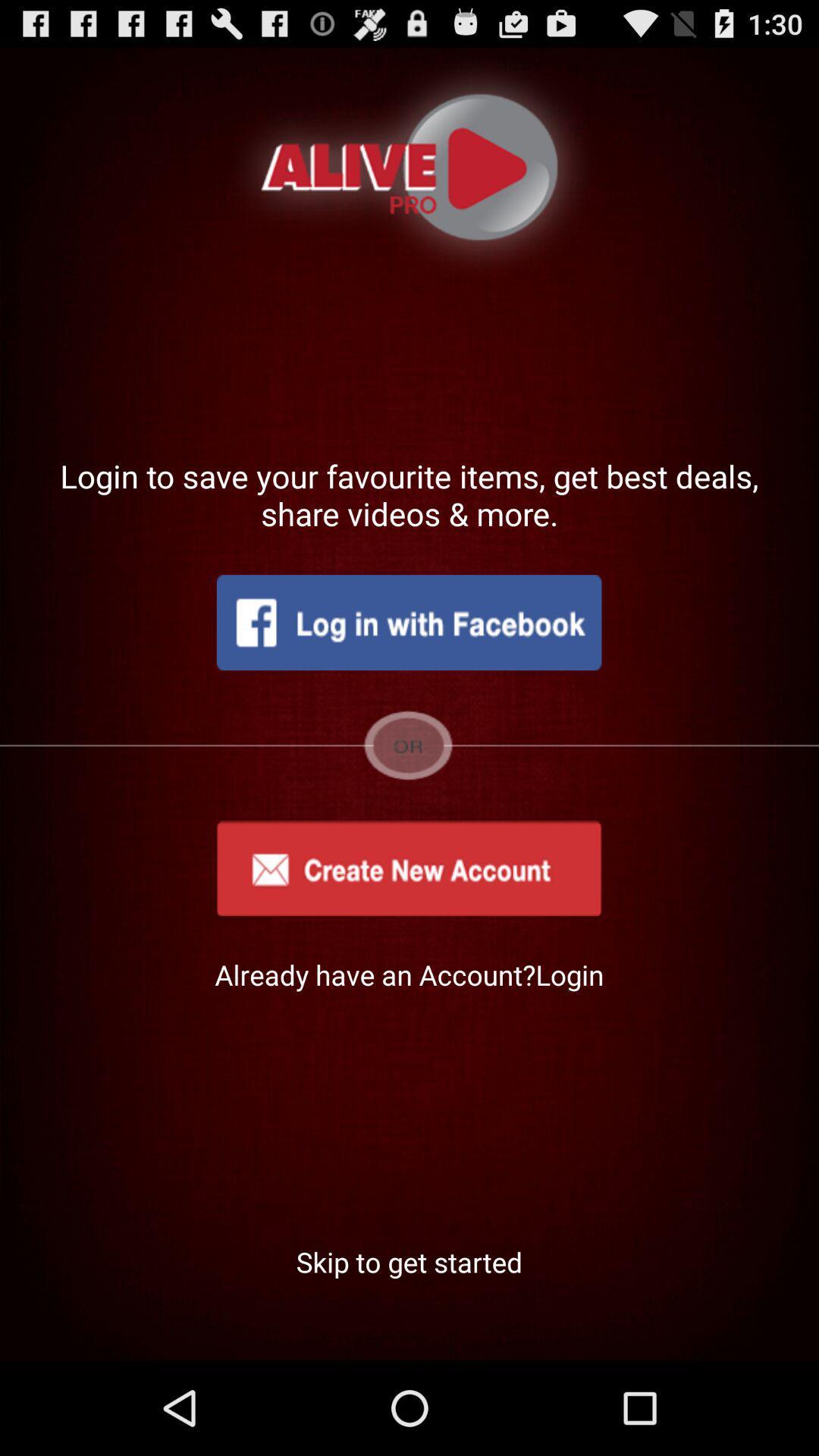 The width and height of the screenshot is (819, 1456). I want to click on new account, so click(408, 868).